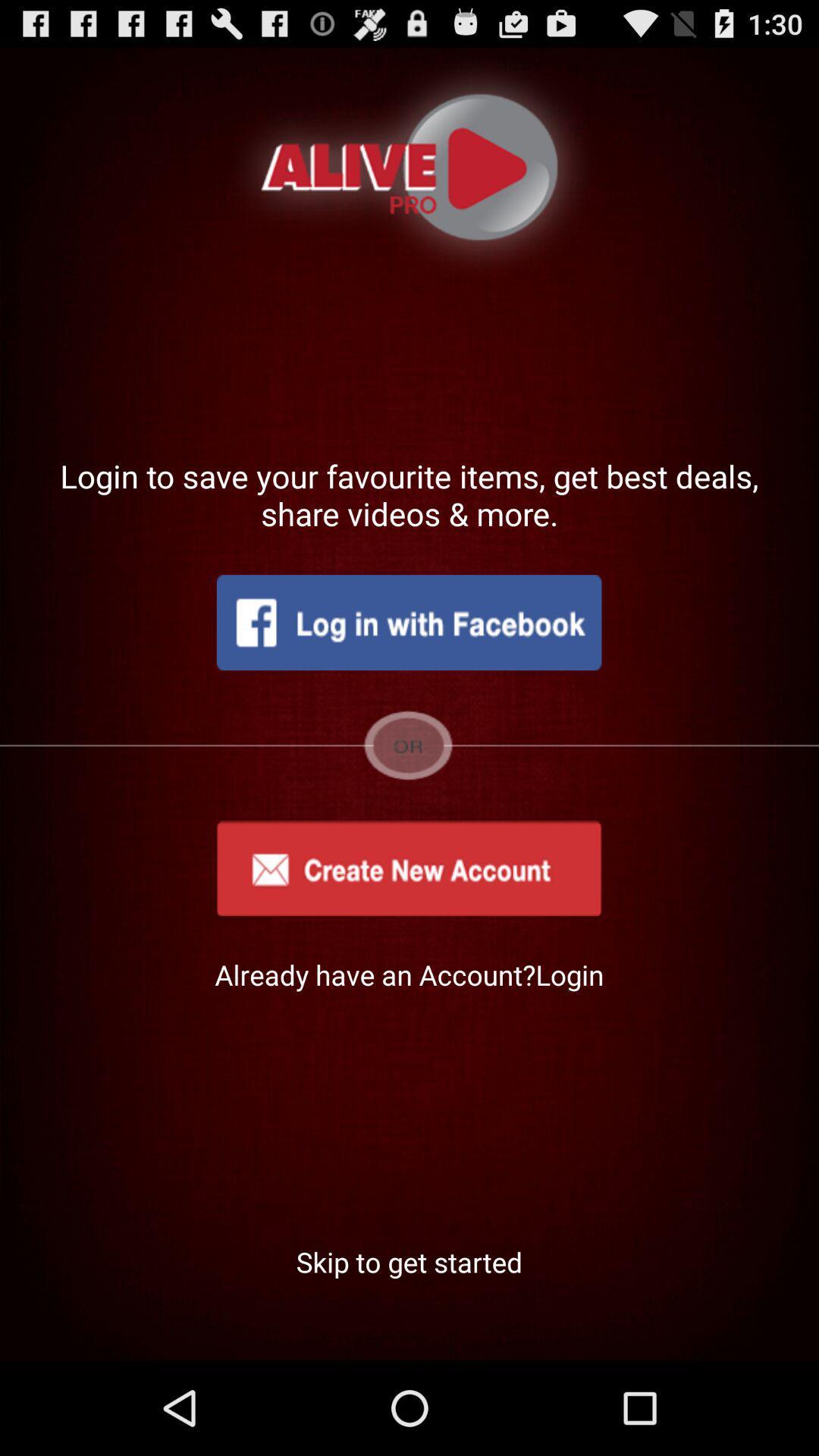 The width and height of the screenshot is (819, 1456). I want to click on new account, so click(408, 868).